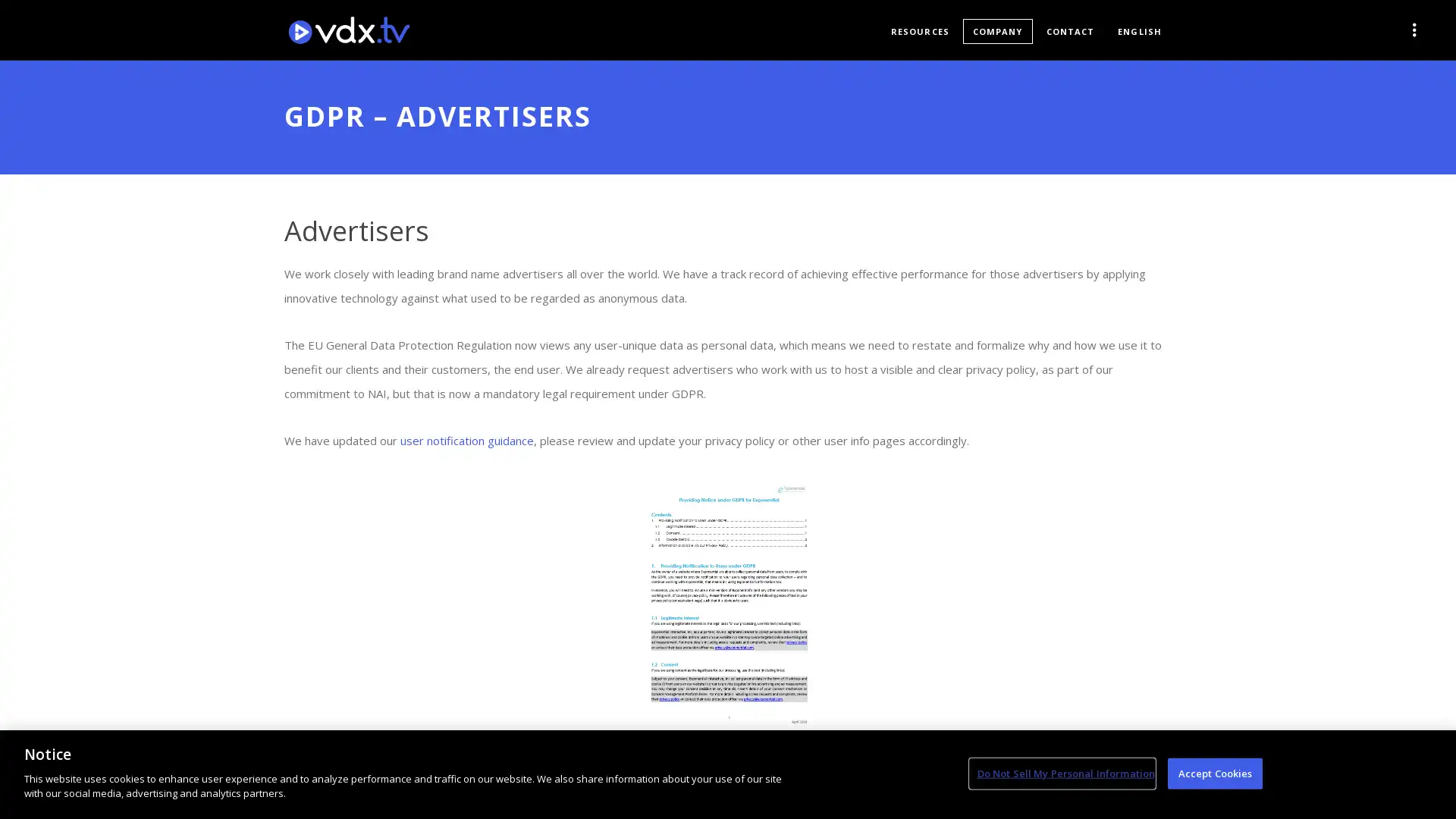 Image resolution: width=1456 pixels, height=819 pixels. I want to click on Do Not Sell My Personal Information, so click(1061, 773).